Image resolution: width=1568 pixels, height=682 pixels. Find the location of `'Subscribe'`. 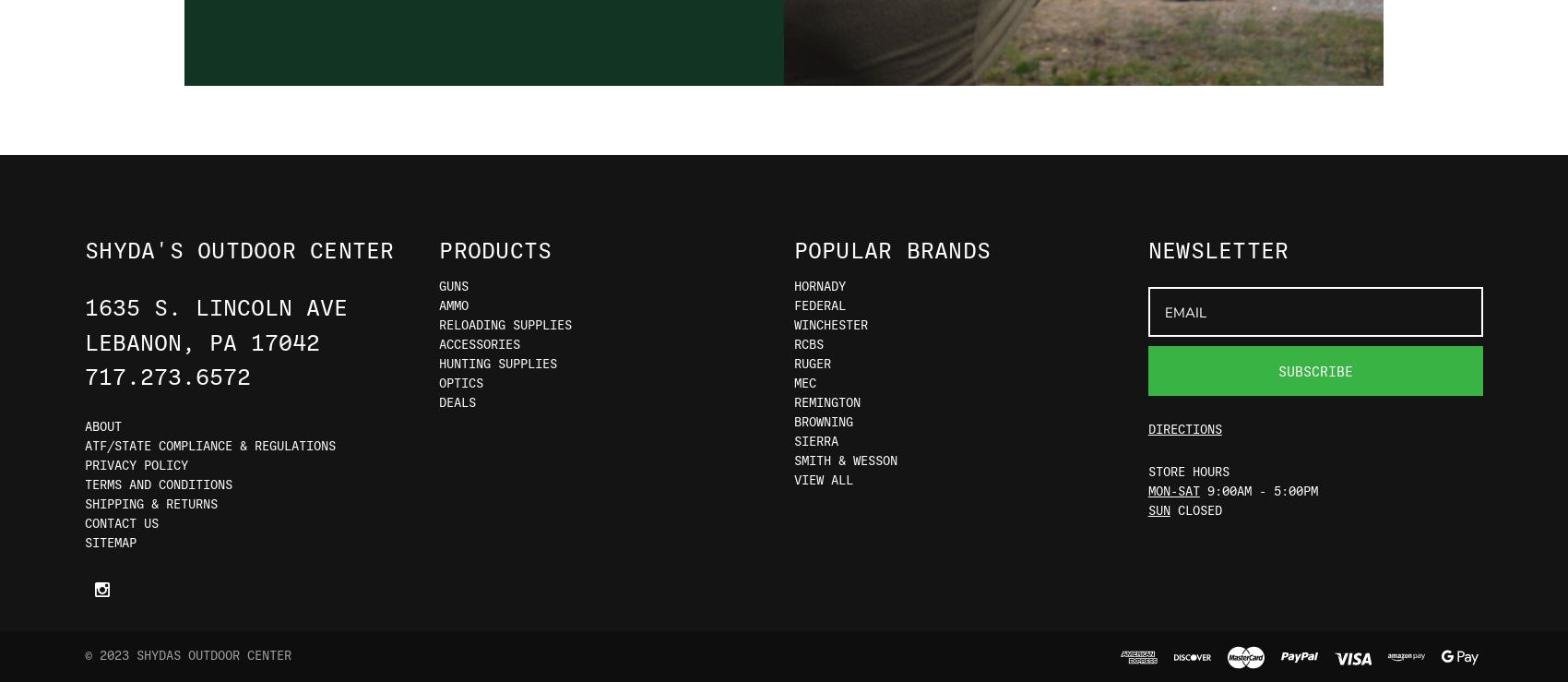

'Subscribe' is located at coordinates (1313, 370).